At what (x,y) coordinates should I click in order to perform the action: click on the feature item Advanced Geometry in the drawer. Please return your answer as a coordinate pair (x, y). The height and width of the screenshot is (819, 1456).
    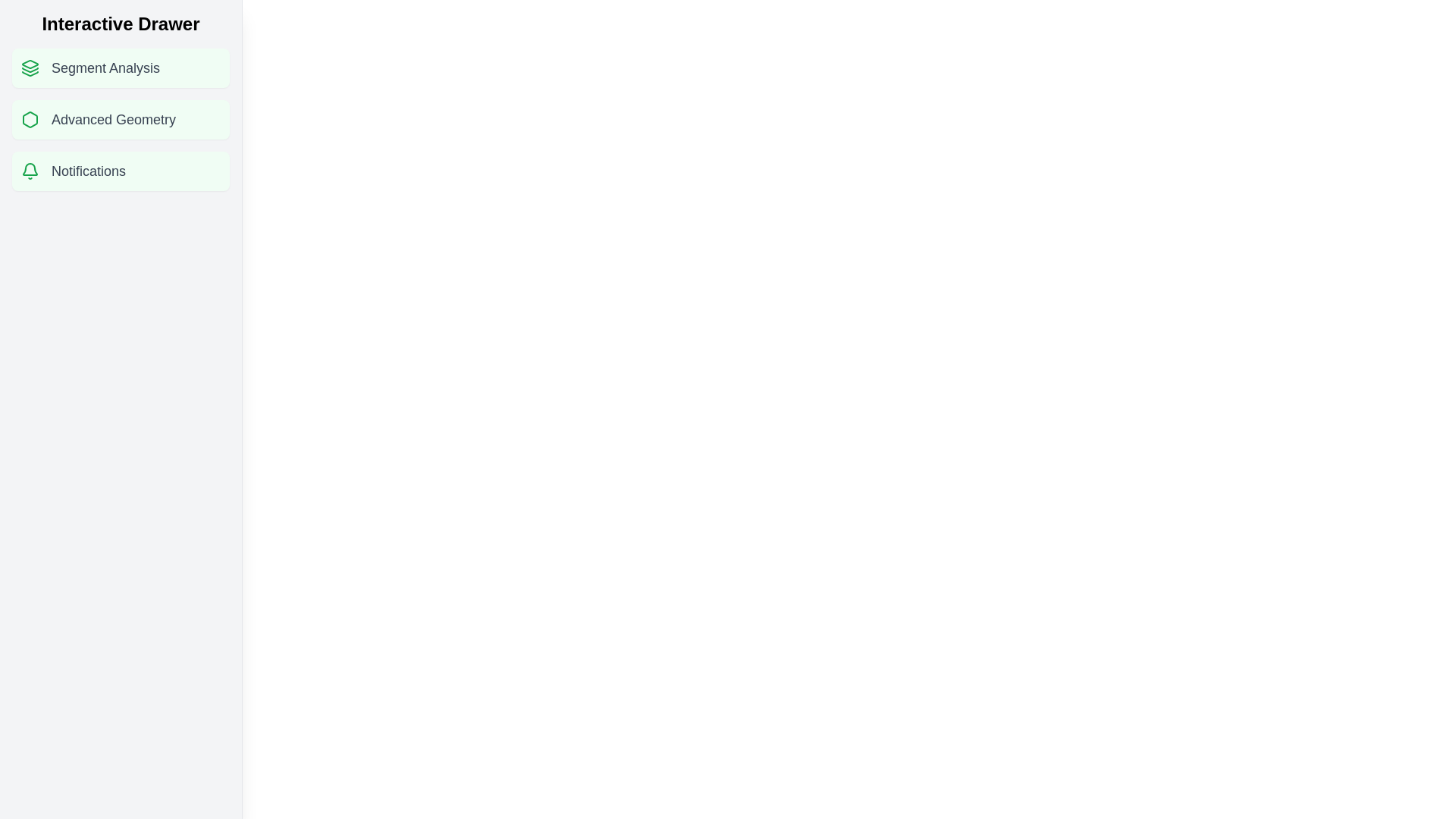
    Looking at the image, I should click on (120, 119).